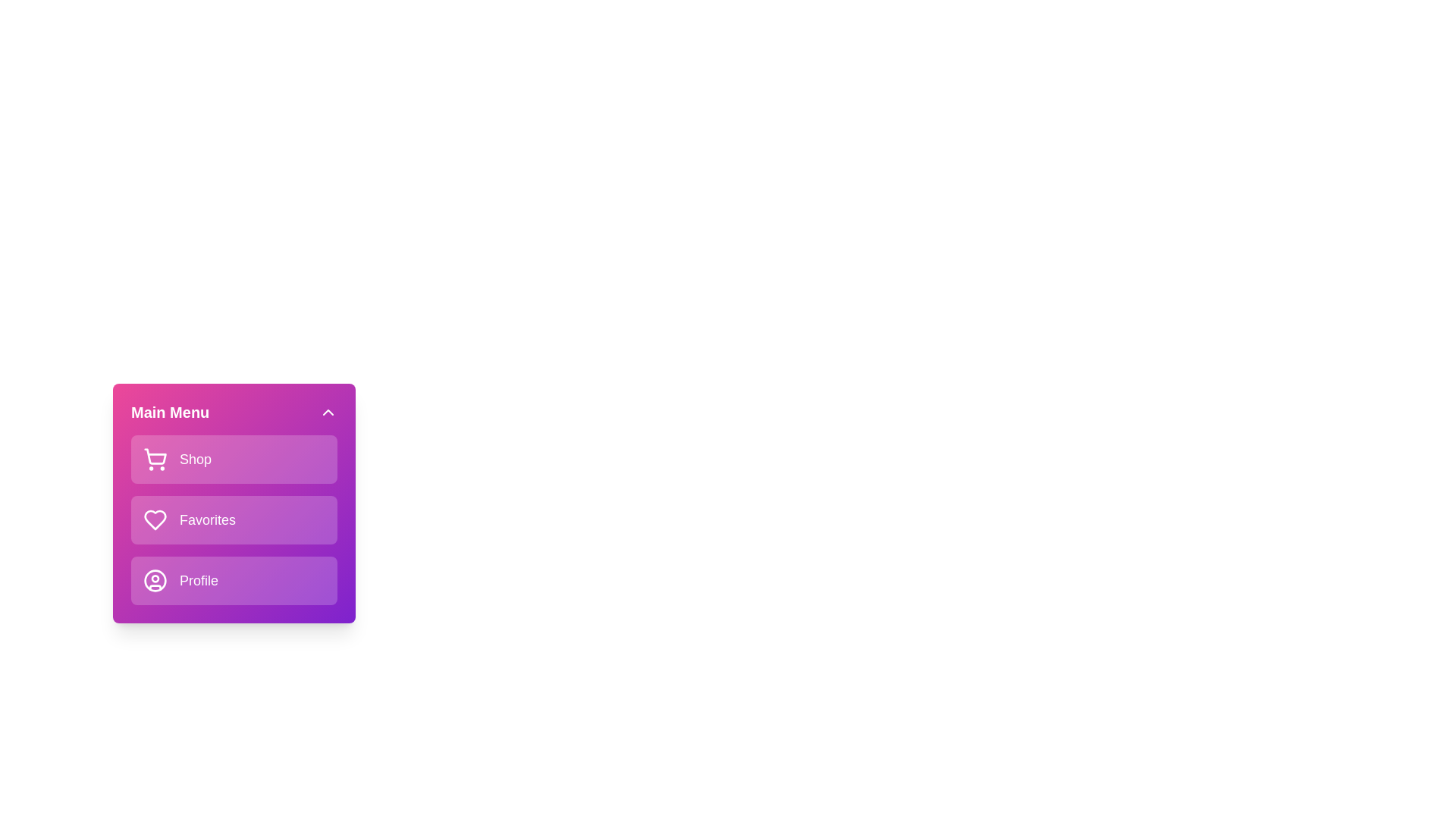  Describe the element at coordinates (233, 580) in the screenshot. I see `the menu item Profile` at that location.